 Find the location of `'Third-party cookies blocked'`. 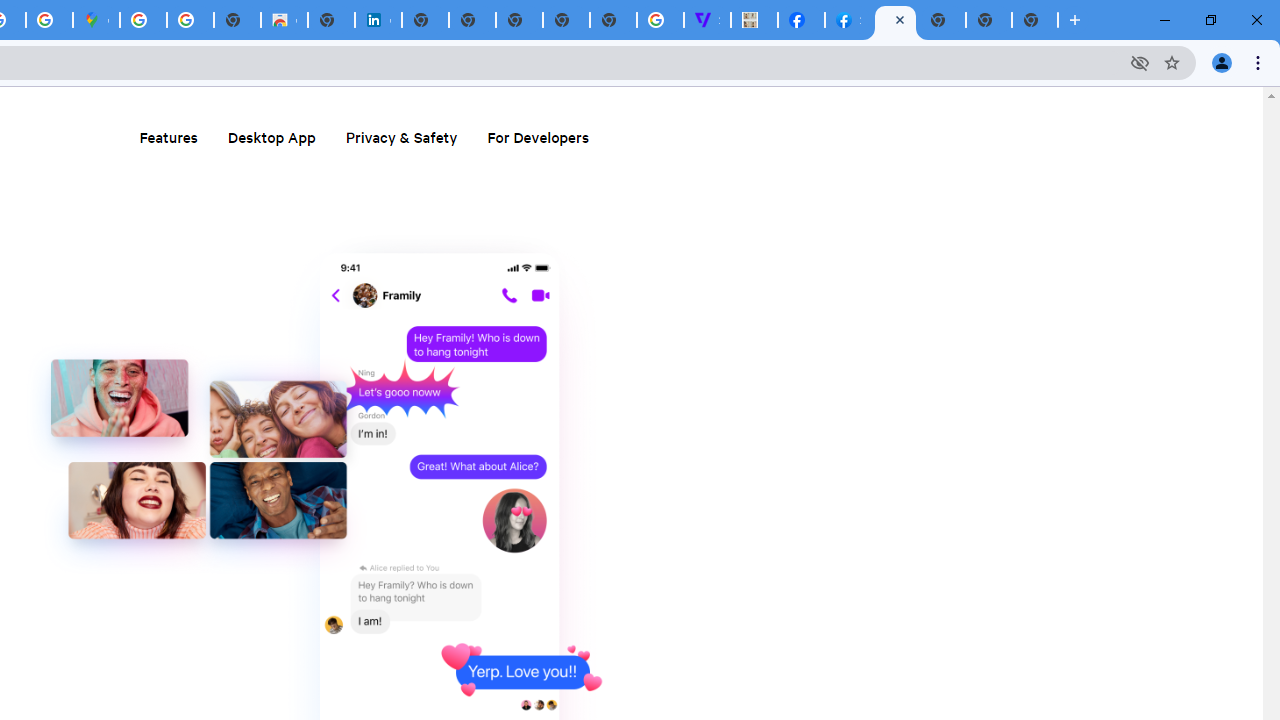

'Third-party cookies blocked' is located at coordinates (1139, 61).